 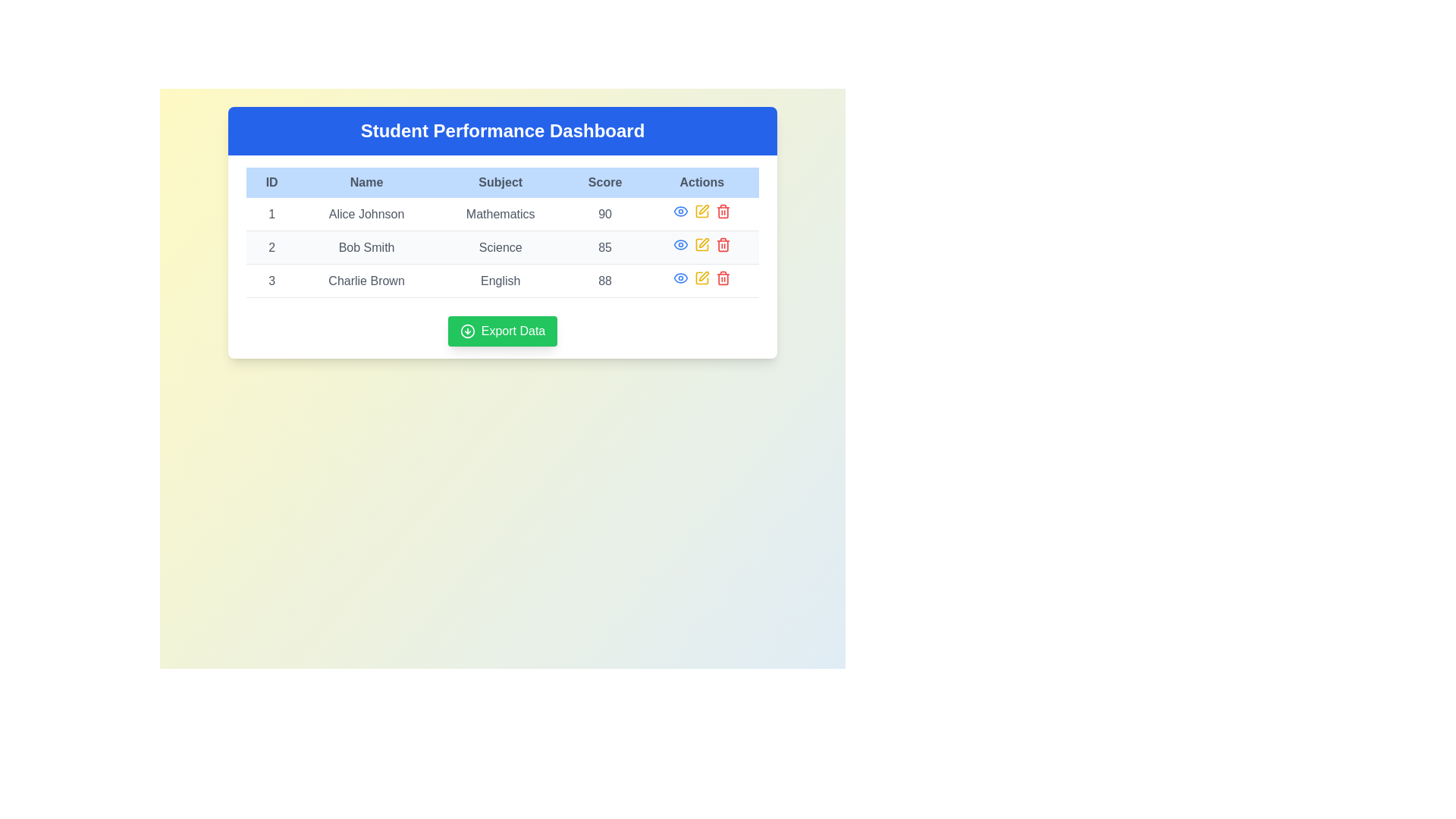 I want to click on the text label with a light blue background and bold black text that displays 'Actions', located in the top-right corner of the header bar, so click(x=701, y=181).